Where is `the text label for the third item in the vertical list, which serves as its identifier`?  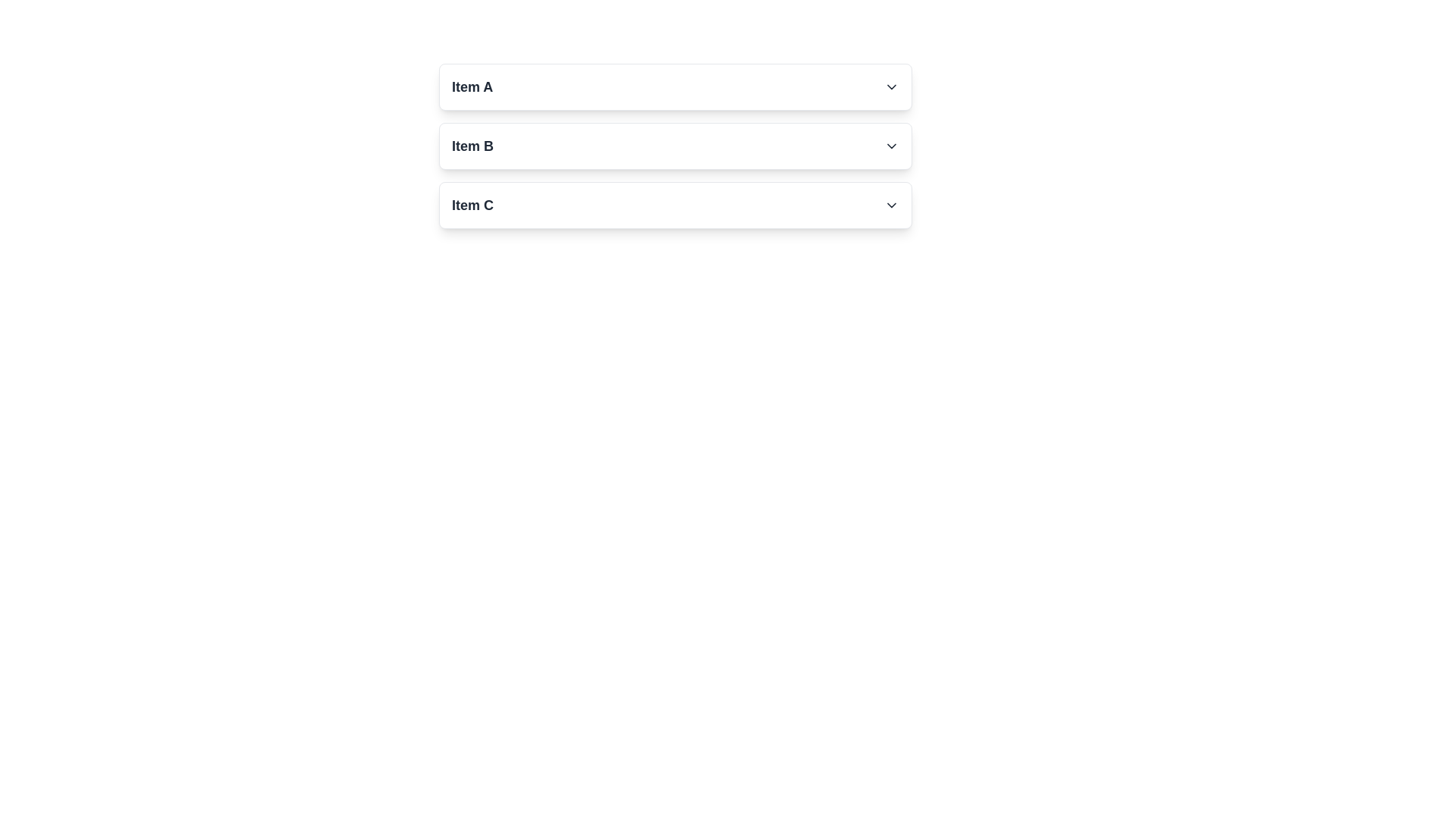 the text label for the third item in the vertical list, which serves as its identifier is located at coordinates (472, 205).